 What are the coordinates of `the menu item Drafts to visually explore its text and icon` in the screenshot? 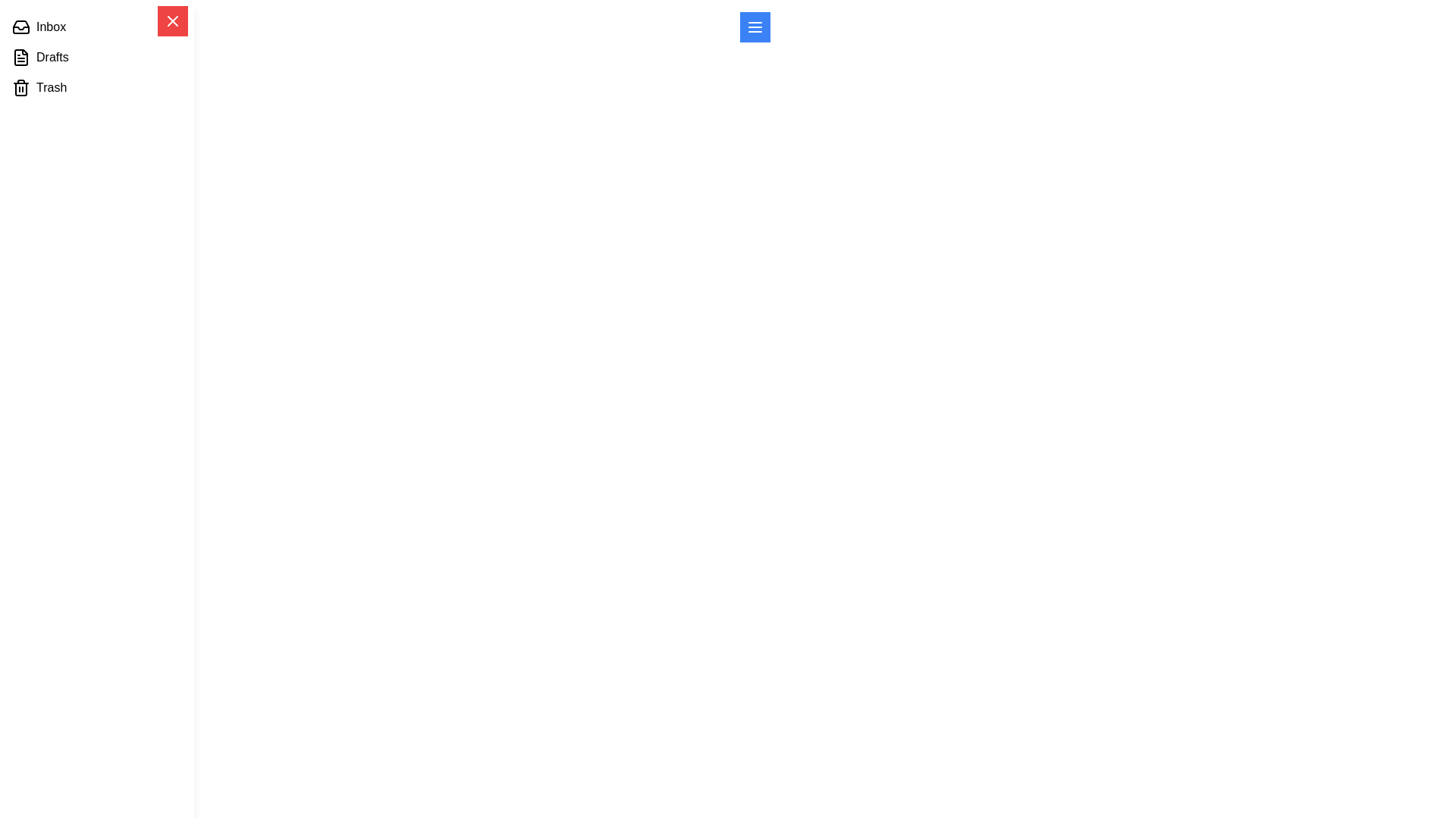 It's located at (96, 57).